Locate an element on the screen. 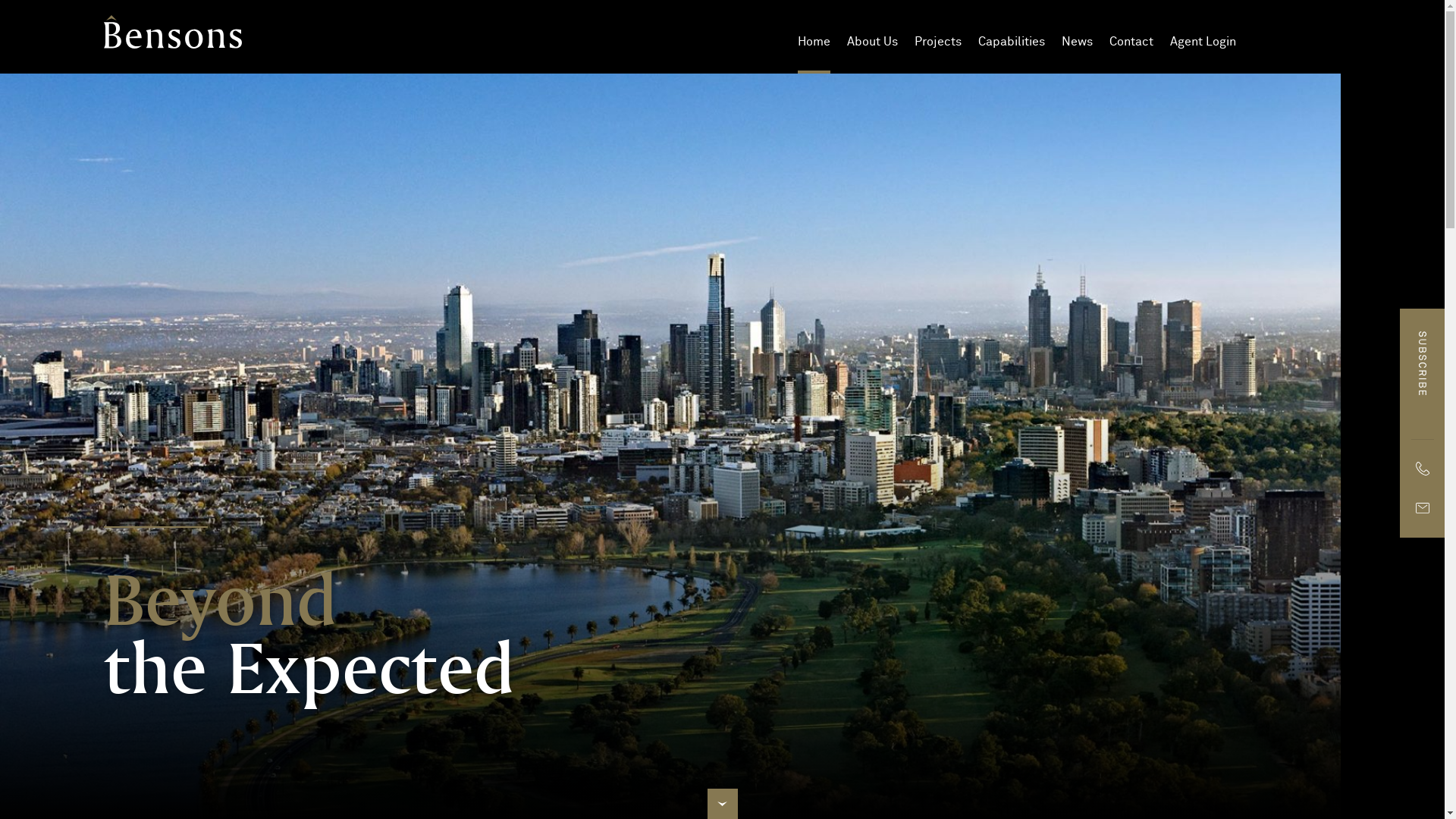 This screenshot has width=1456, height=819. 'News' is located at coordinates (1061, 40).